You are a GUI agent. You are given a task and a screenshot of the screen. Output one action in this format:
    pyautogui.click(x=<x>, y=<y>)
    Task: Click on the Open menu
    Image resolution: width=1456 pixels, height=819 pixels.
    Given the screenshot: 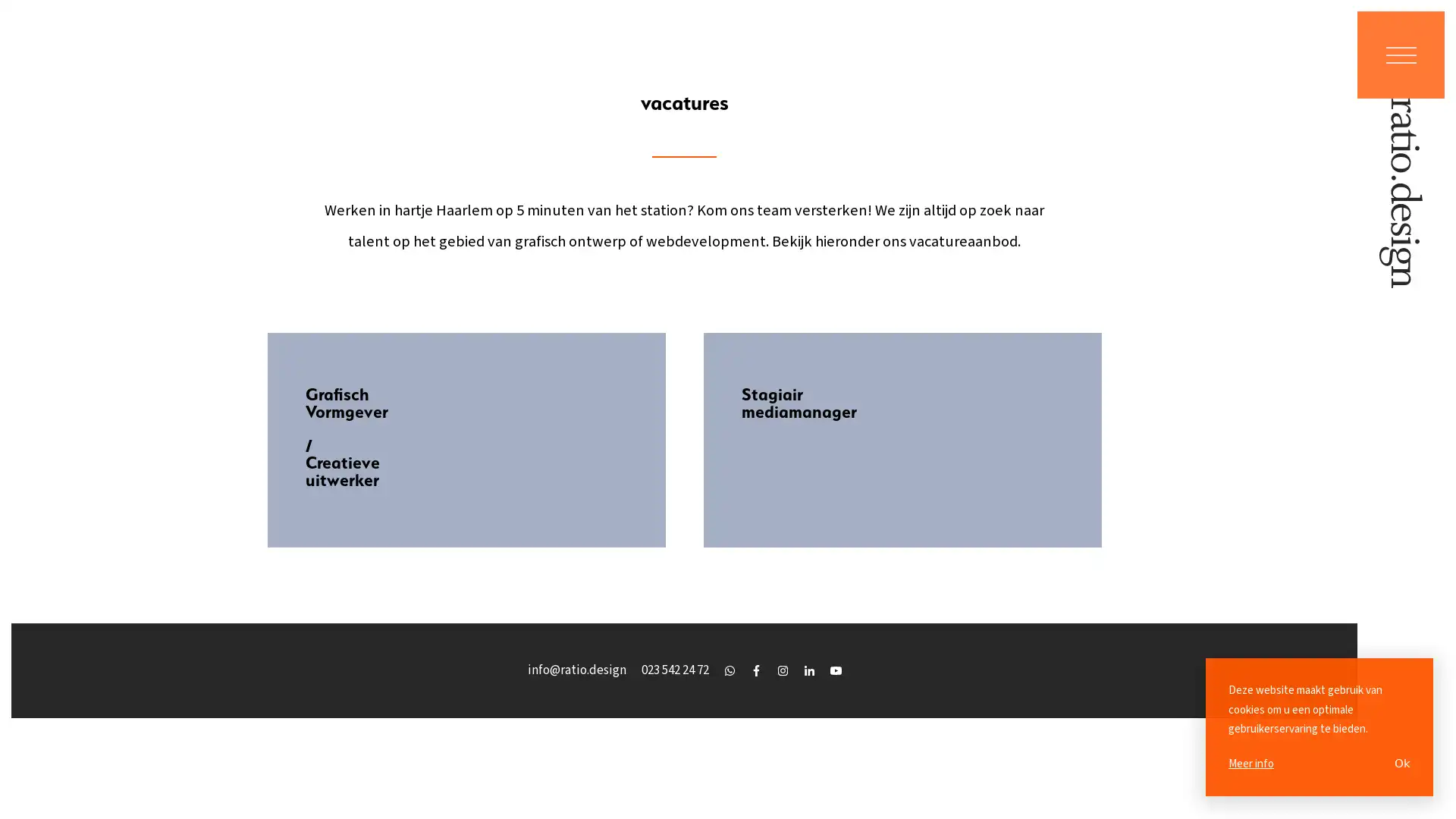 What is the action you would take?
    pyautogui.click(x=1400, y=54)
    